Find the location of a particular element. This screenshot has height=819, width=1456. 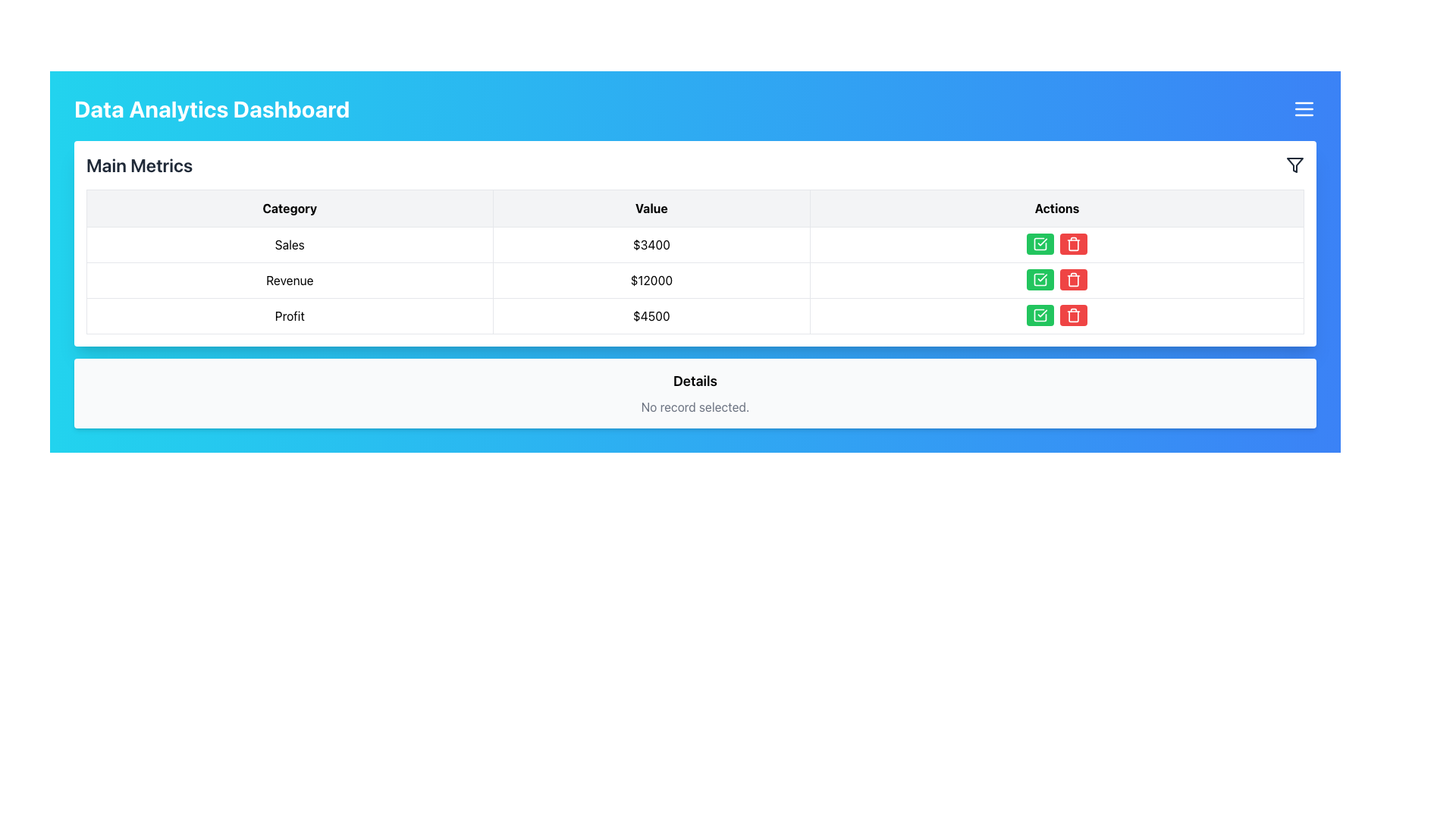

the green button with a checkmark icon located in the 'Actions' column of the data table is located at coordinates (1040, 243).